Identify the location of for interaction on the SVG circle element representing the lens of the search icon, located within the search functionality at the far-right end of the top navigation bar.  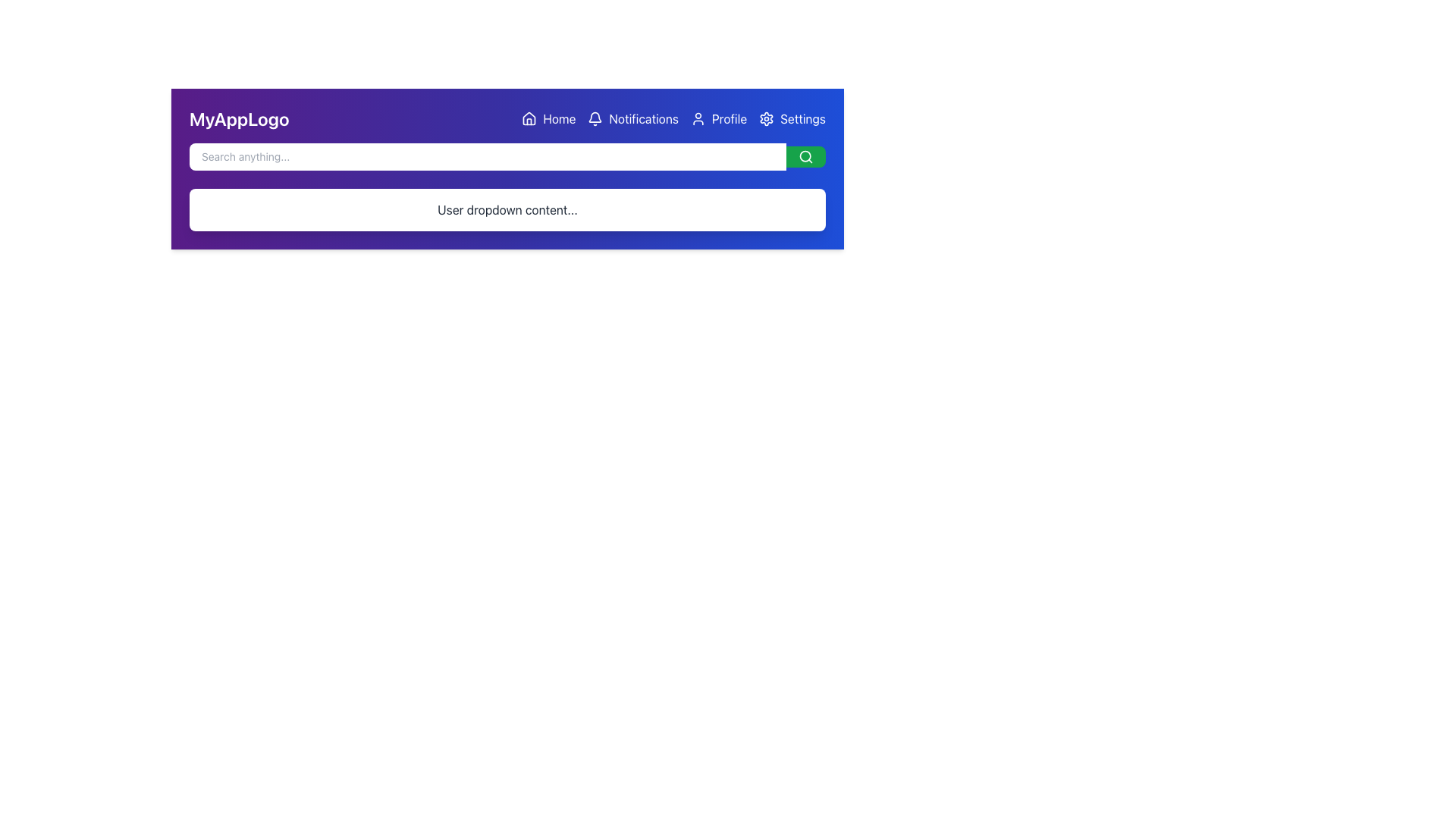
(805, 156).